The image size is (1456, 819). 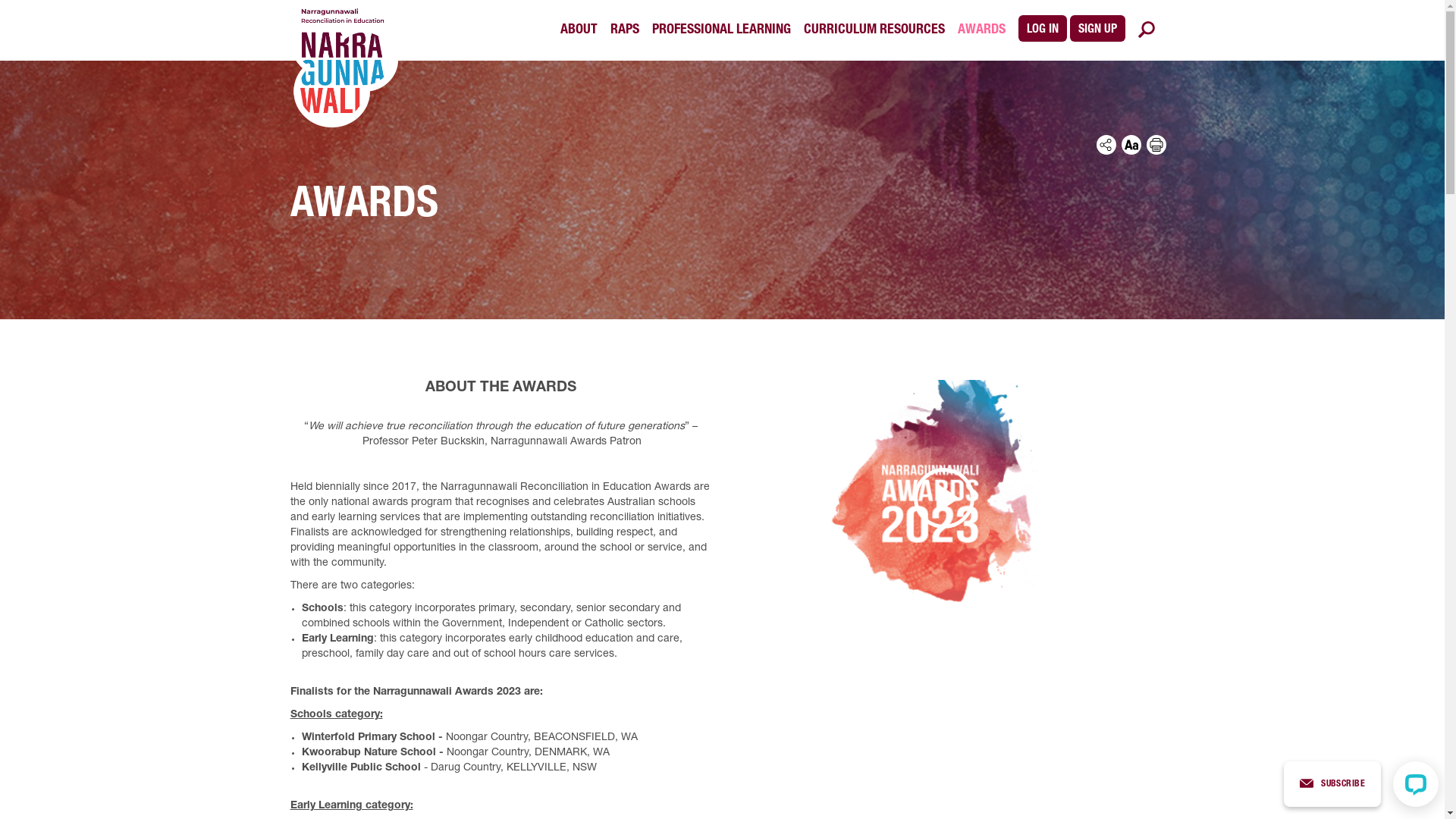 I want to click on 'RAPS', so click(x=623, y=30).